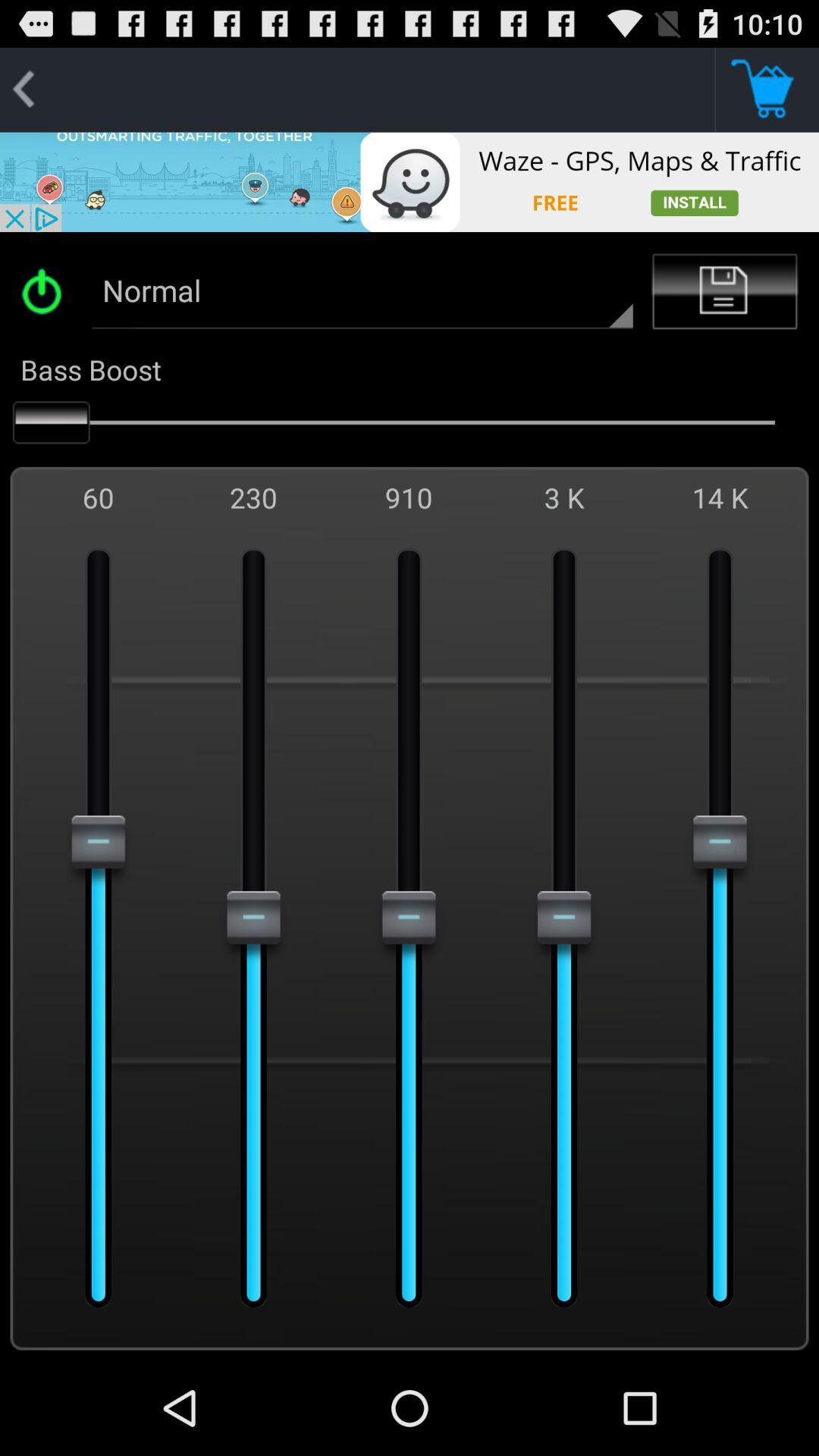  What do you see at coordinates (46, 291) in the screenshot?
I see `turn off equalizer` at bounding box center [46, 291].